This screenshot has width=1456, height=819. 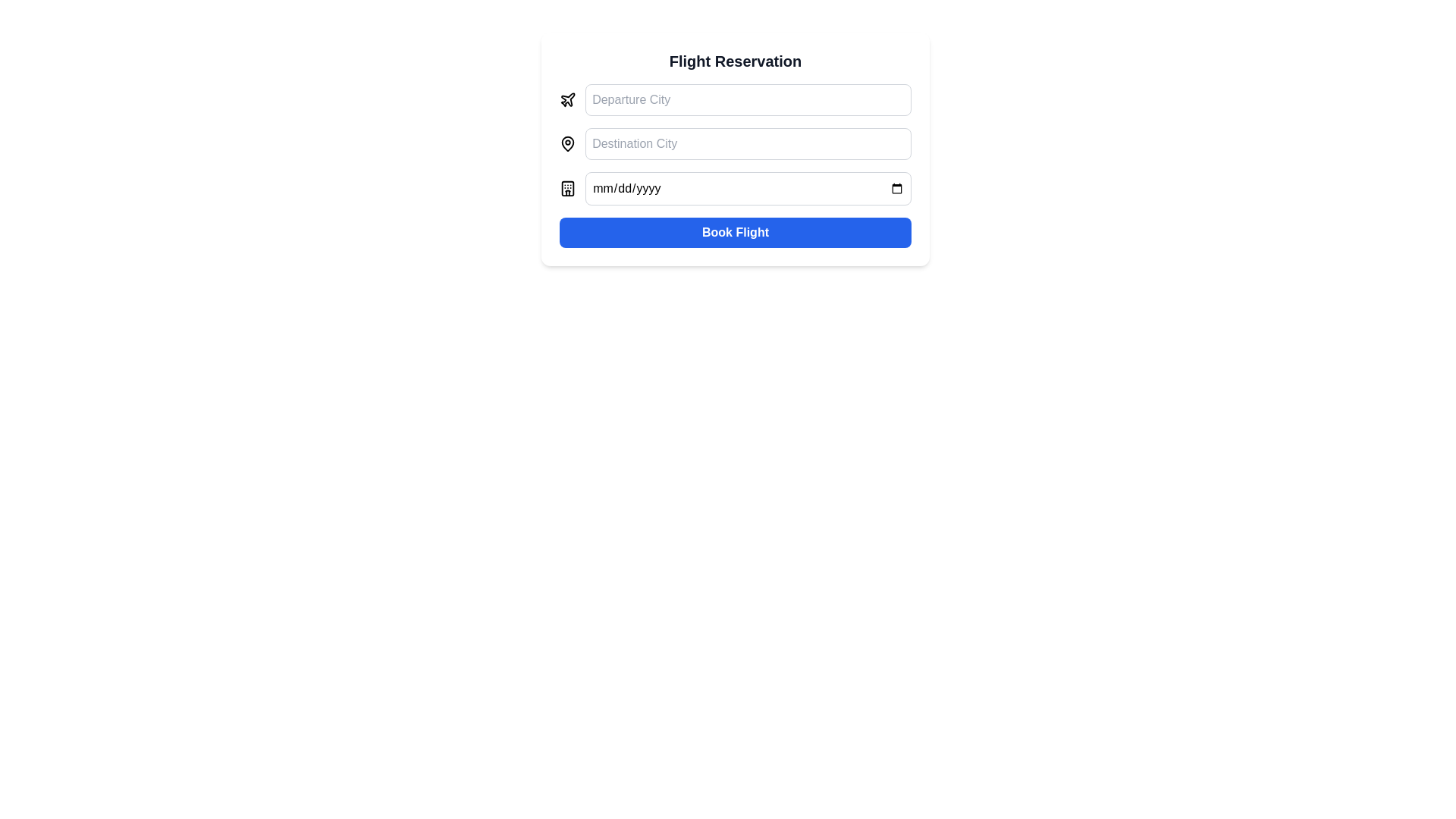 I want to click on the text input field for 'Destination City', so click(x=748, y=143).